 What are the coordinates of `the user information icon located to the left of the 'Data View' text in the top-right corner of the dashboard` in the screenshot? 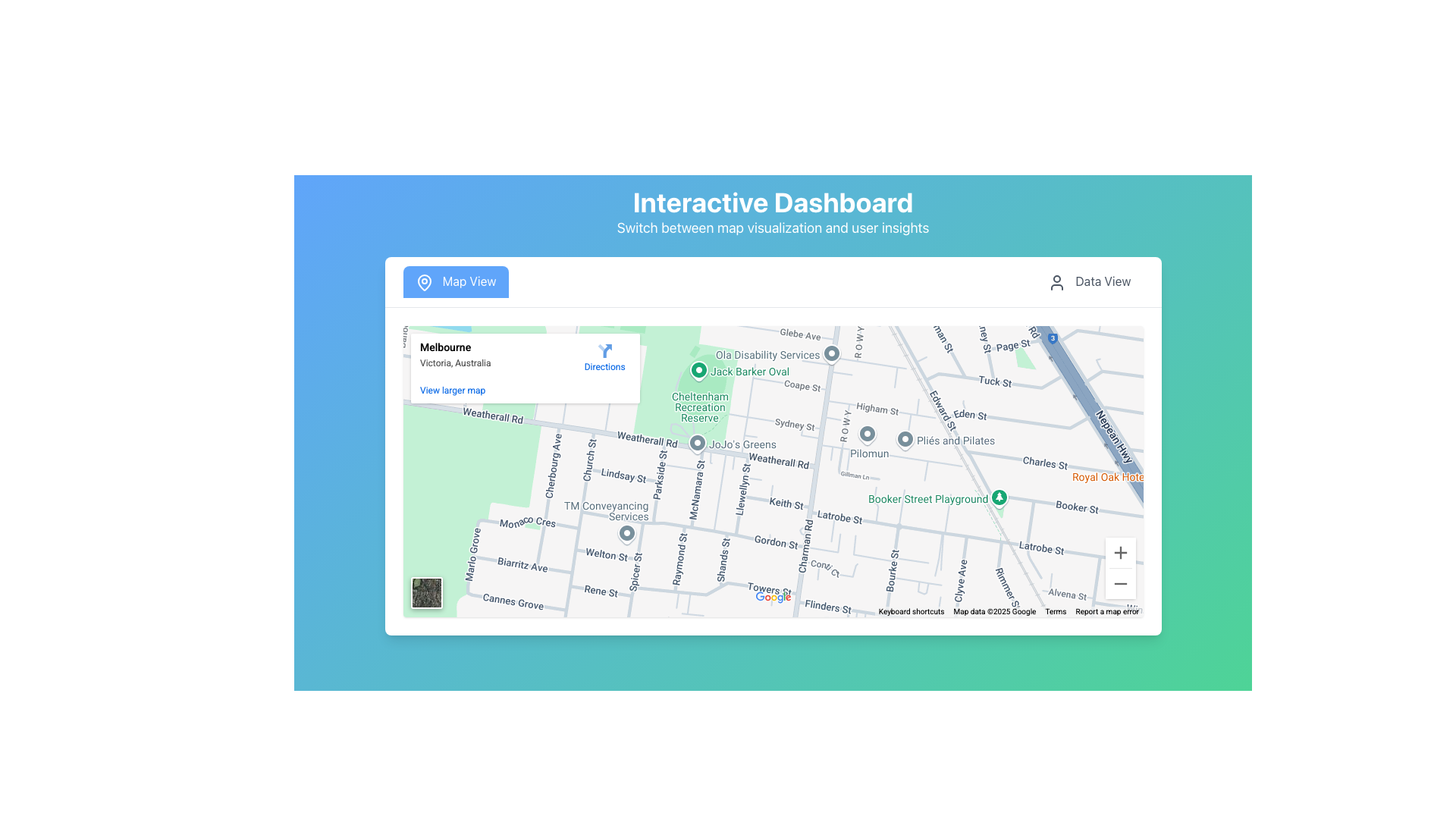 It's located at (1056, 282).